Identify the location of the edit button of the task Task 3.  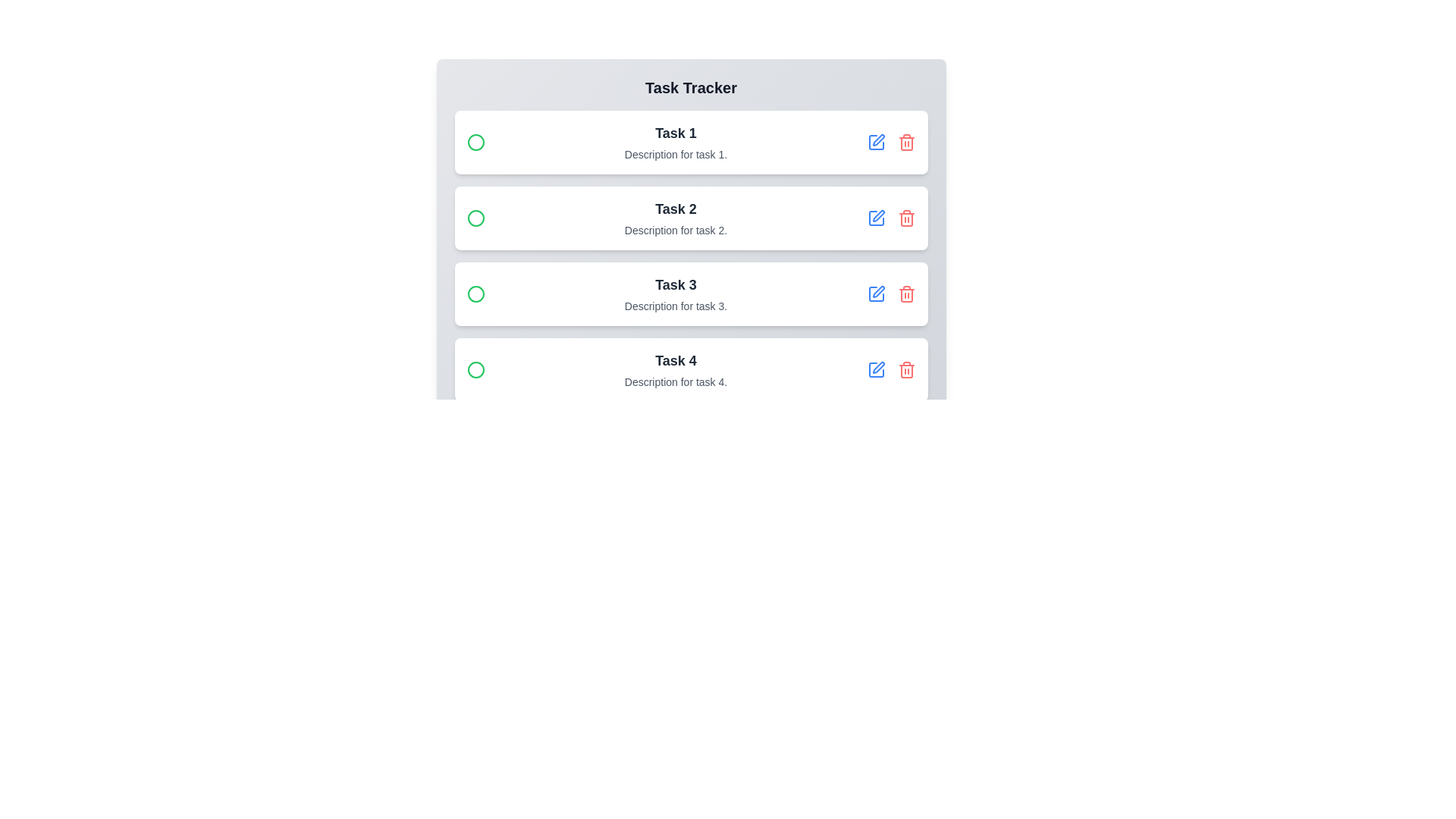
(876, 294).